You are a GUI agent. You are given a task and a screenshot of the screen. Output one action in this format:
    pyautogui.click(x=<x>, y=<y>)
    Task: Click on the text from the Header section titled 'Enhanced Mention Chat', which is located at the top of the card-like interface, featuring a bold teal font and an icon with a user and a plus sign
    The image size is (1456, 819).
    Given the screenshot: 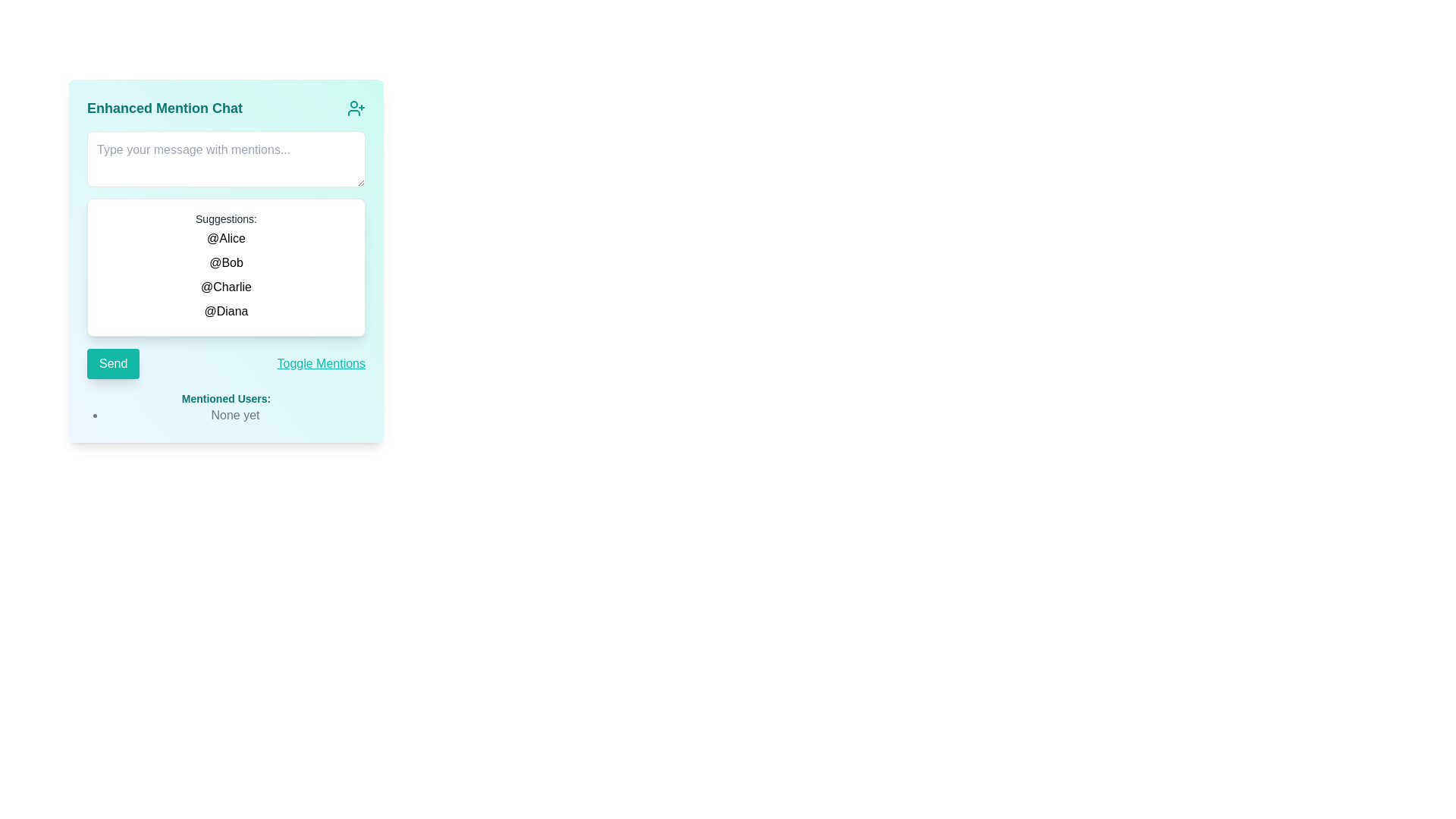 What is the action you would take?
    pyautogui.click(x=225, y=107)
    